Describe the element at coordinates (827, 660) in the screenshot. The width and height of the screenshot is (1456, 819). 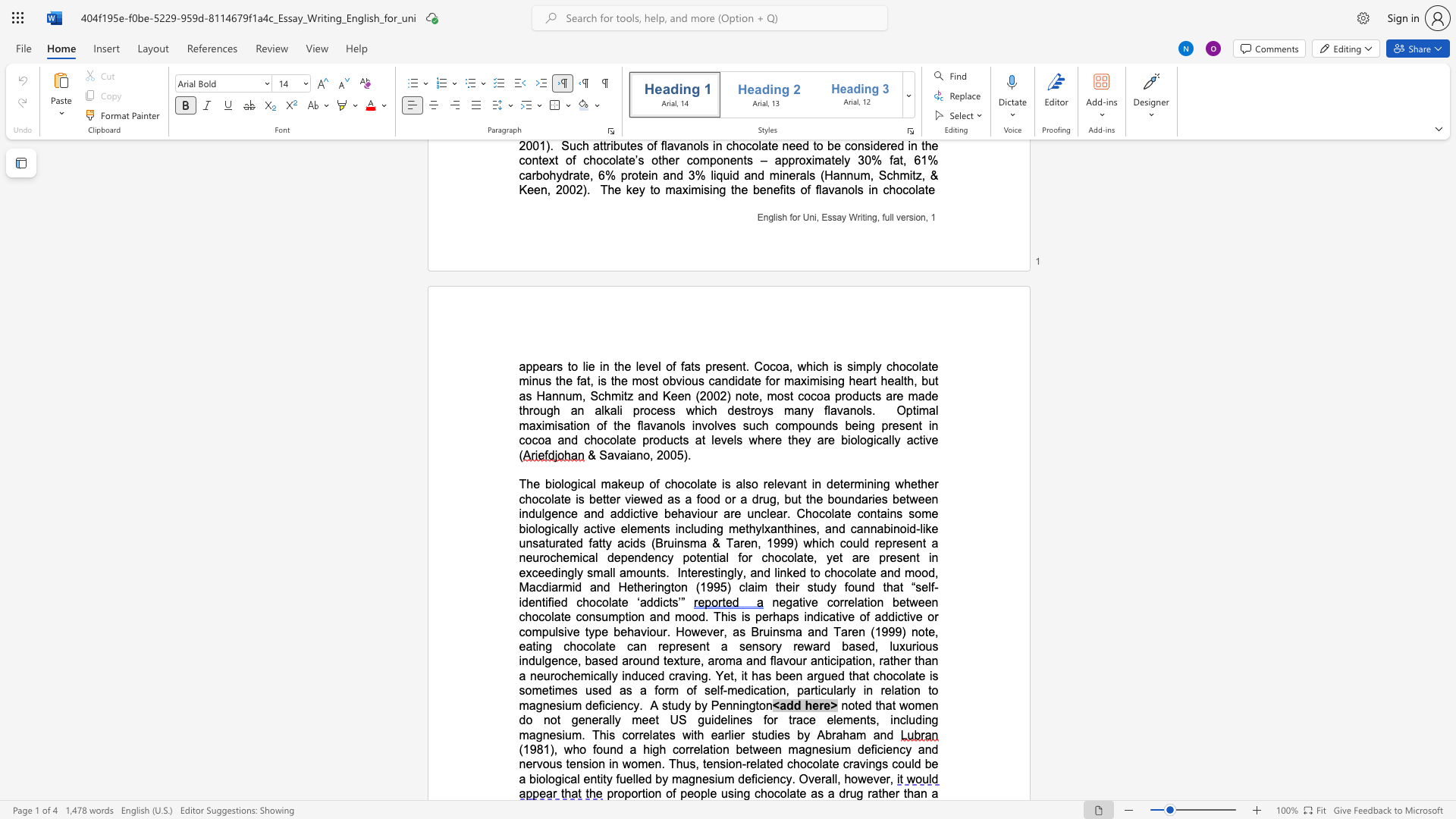
I see `the subset text "icipation, r" within the text "and flavour anticipation, rather than a neurochemically induced craving. Yet, it has been argued that chocolate"` at that location.